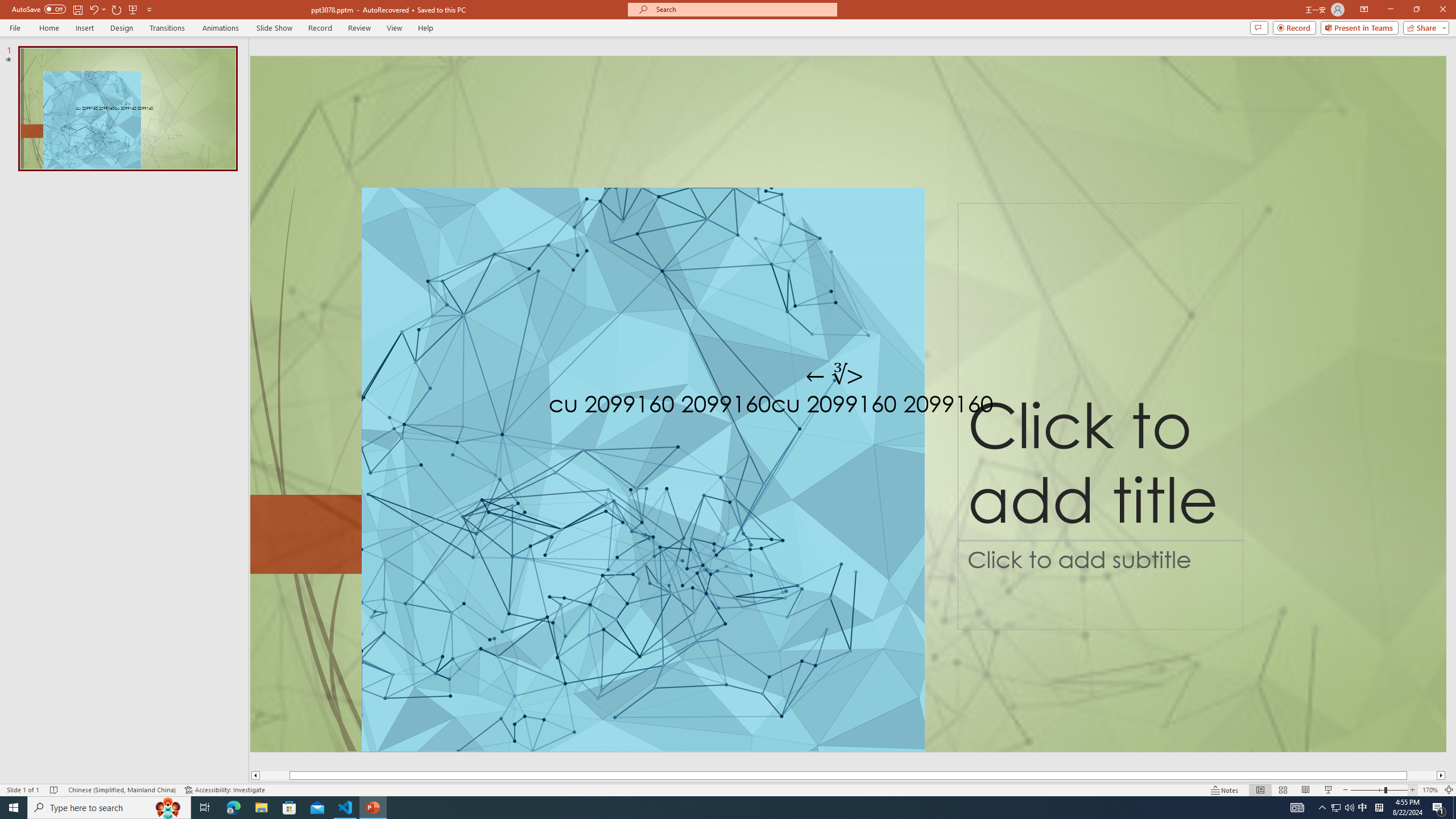 Image resolution: width=1456 pixels, height=819 pixels. What do you see at coordinates (148, 9) in the screenshot?
I see `'Customize Quick Access Toolbar'` at bounding box center [148, 9].